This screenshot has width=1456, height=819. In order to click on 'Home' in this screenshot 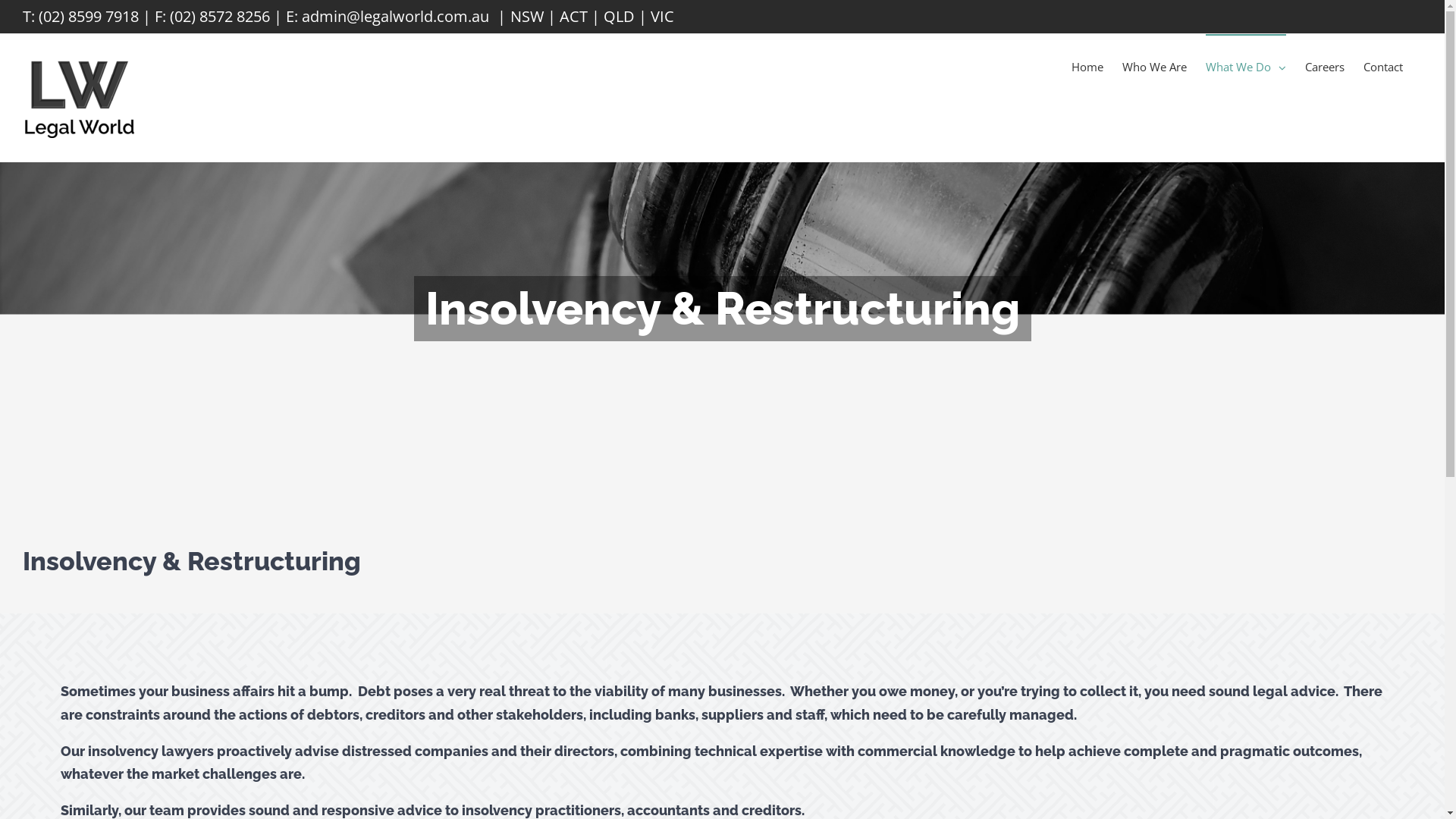, I will do `click(1087, 65)`.